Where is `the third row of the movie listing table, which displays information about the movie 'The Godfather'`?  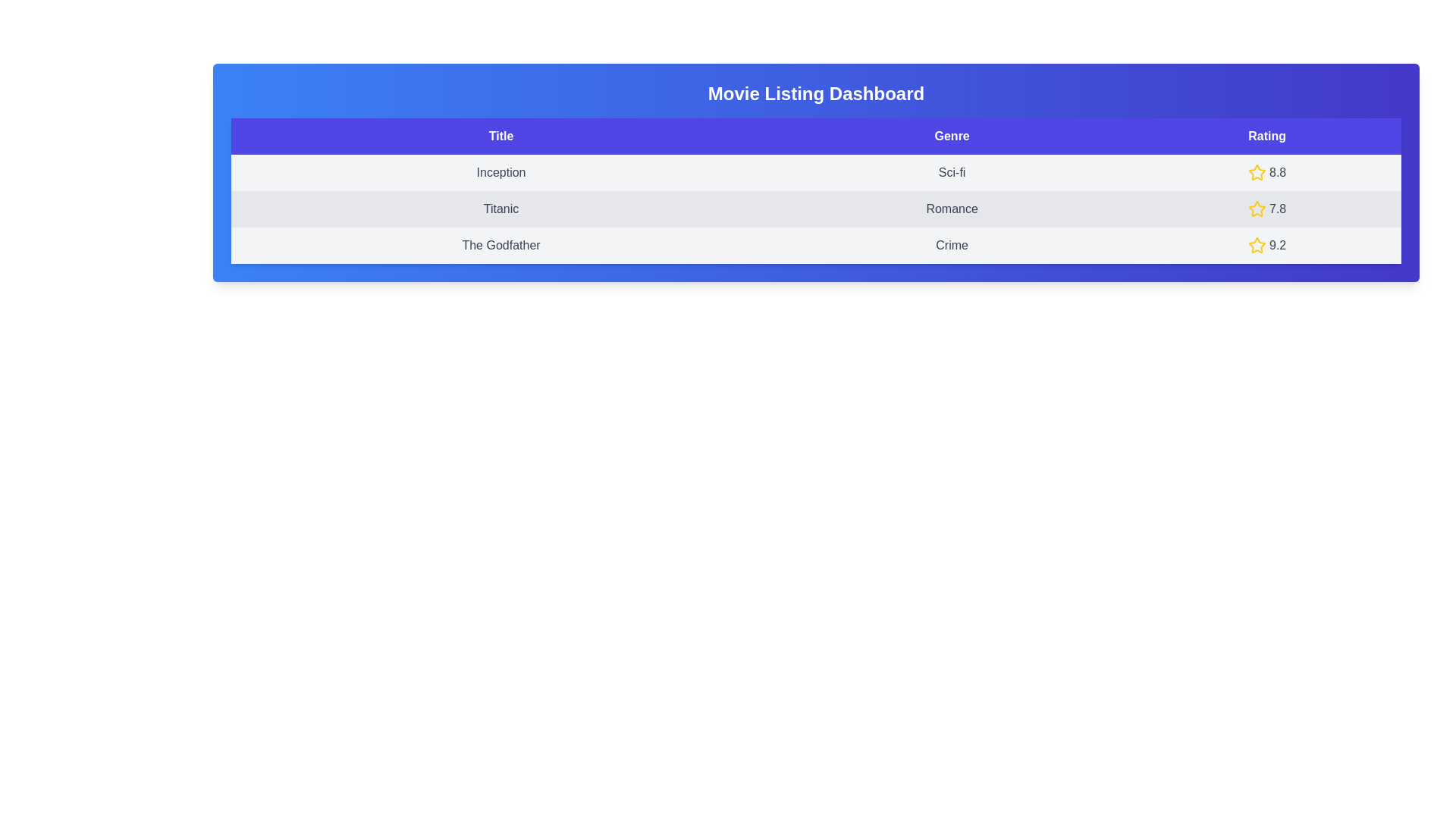 the third row of the movie listing table, which displays information about the movie 'The Godfather' is located at coordinates (815, 245).